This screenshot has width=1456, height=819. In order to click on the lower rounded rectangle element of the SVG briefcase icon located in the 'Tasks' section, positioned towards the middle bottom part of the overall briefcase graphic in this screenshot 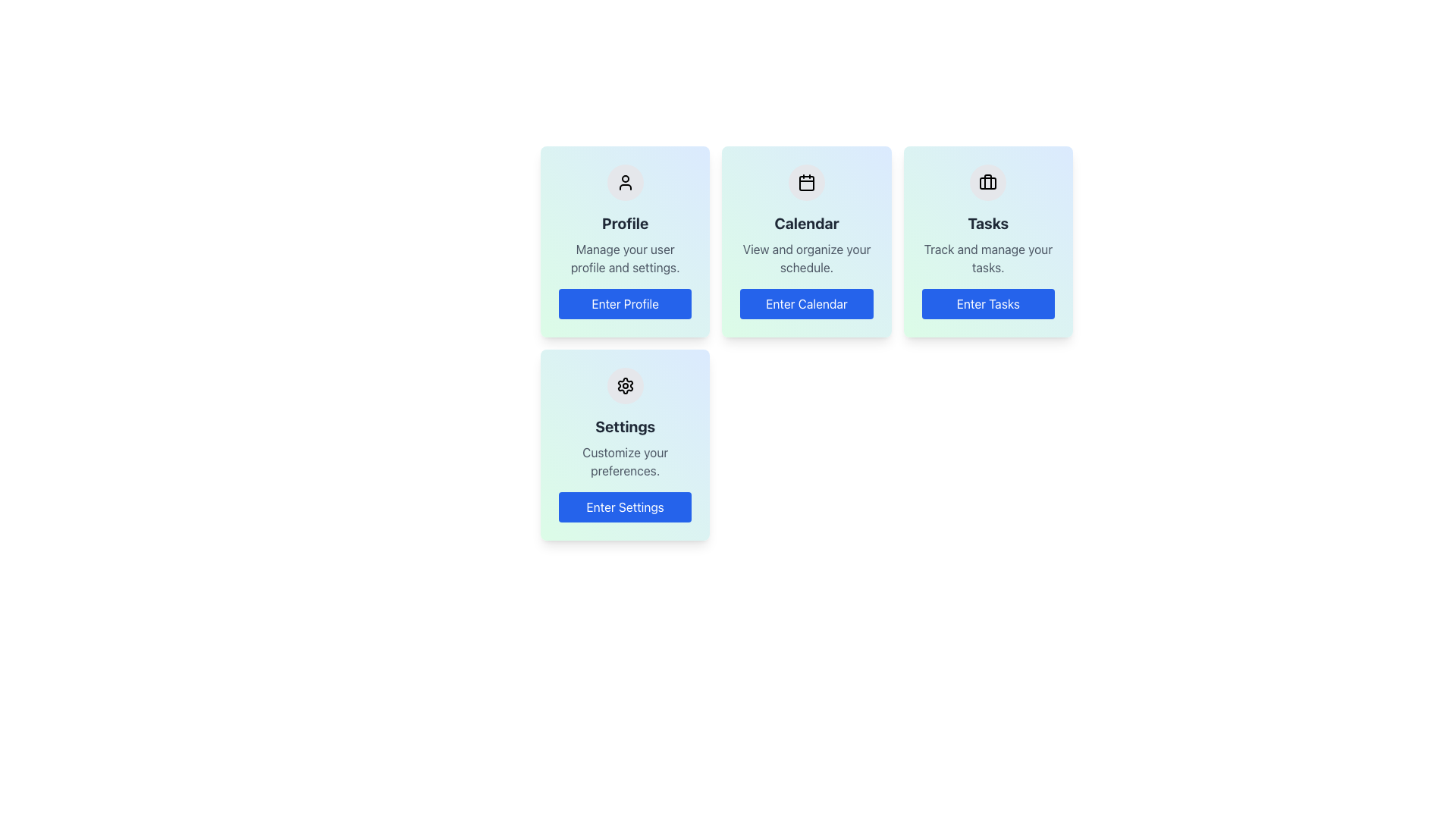, I will do `click(988, 183)`.